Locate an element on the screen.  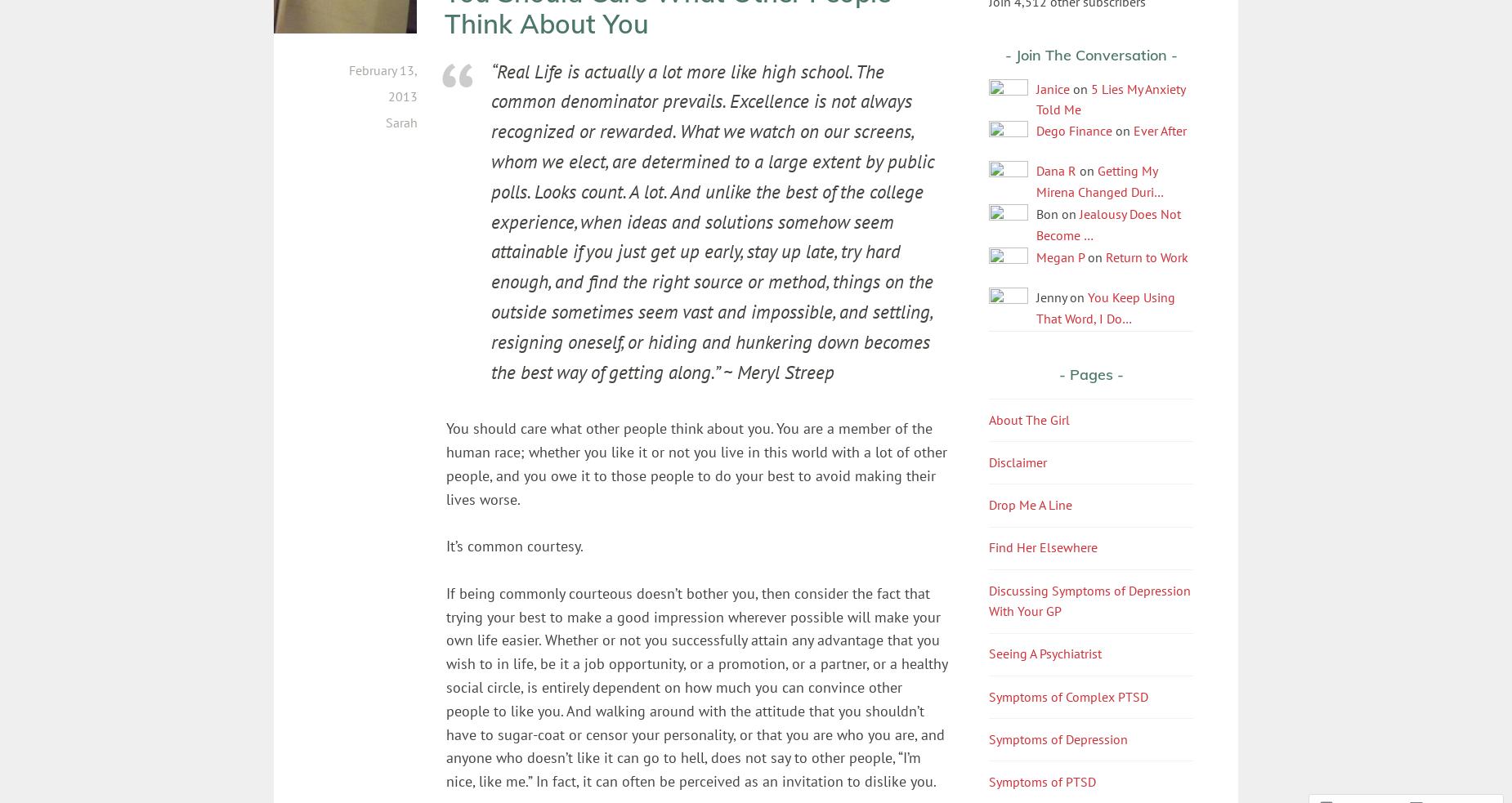
'Sarah' is located at coordinates (401, 121).